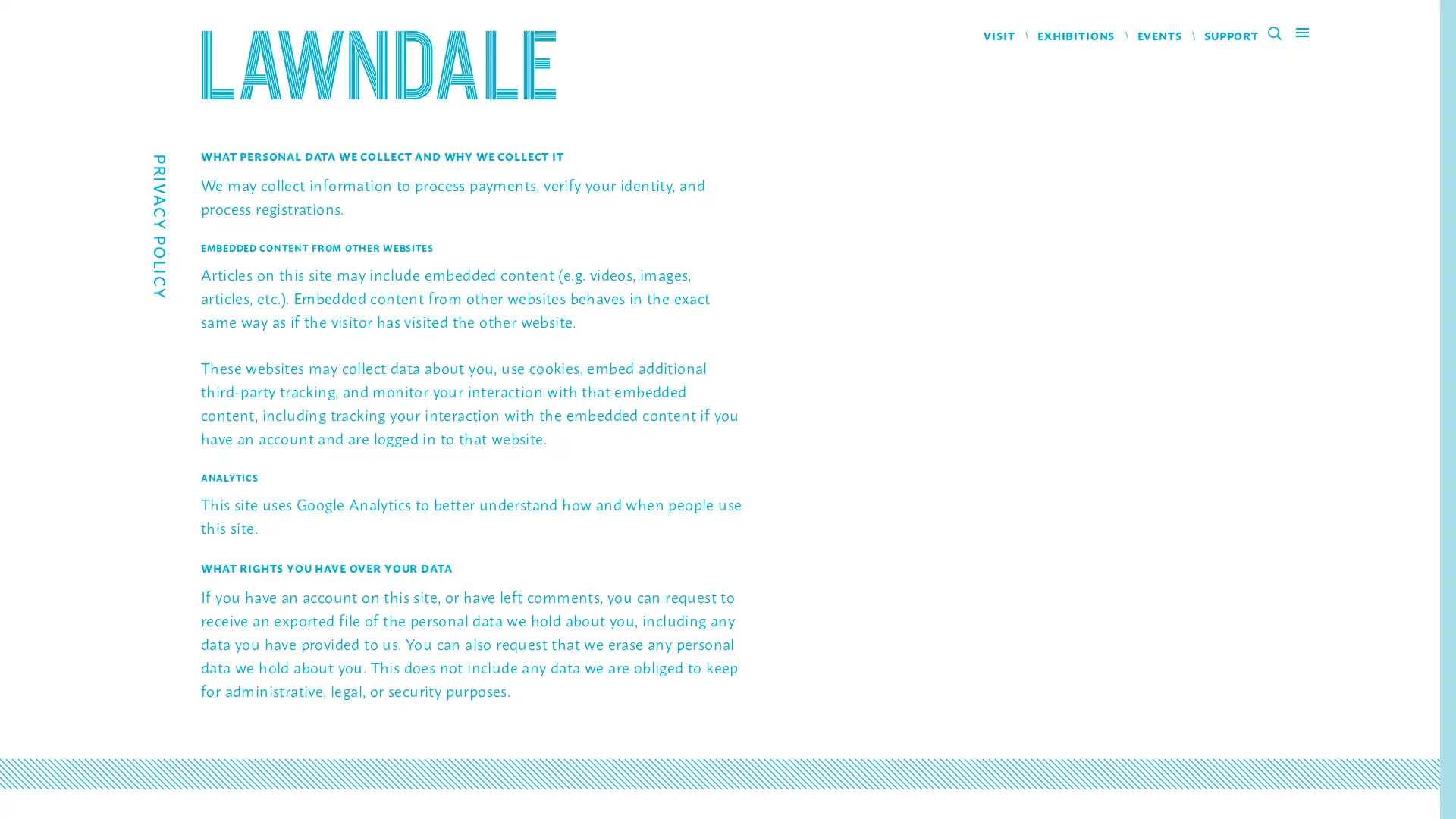 Image resolution: width=1456 pixels, height=819 pixels. What do you see at coordinates (1301, 35) in the screenshot?
I see `Main Menu` at bounding box center [1301, 35].